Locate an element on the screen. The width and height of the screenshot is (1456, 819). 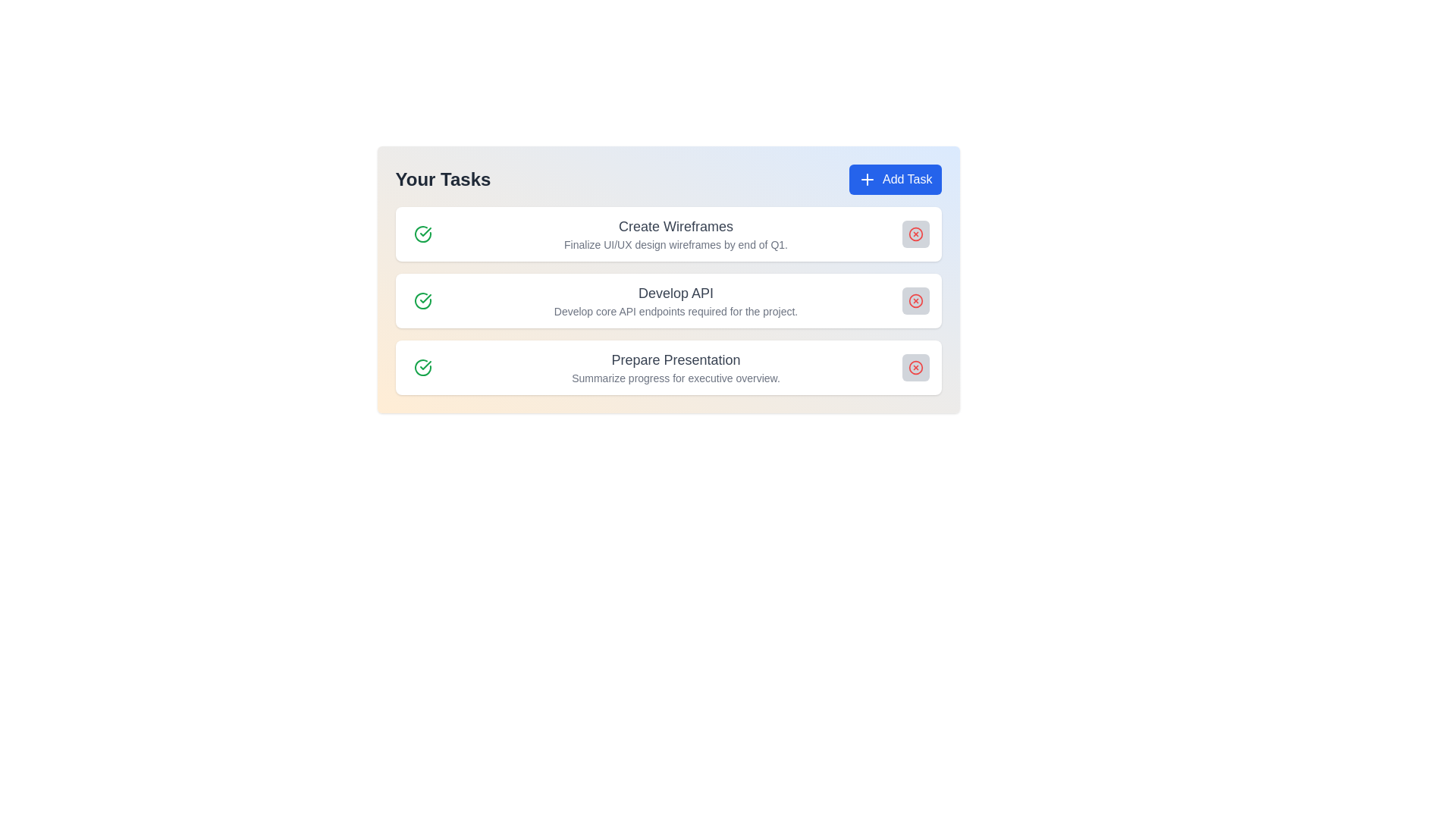
the Status icon located to the left of the 'Develop API' task description, which indicates an incomplete or failed status with green and red colors is located at coordinates (422, 301).